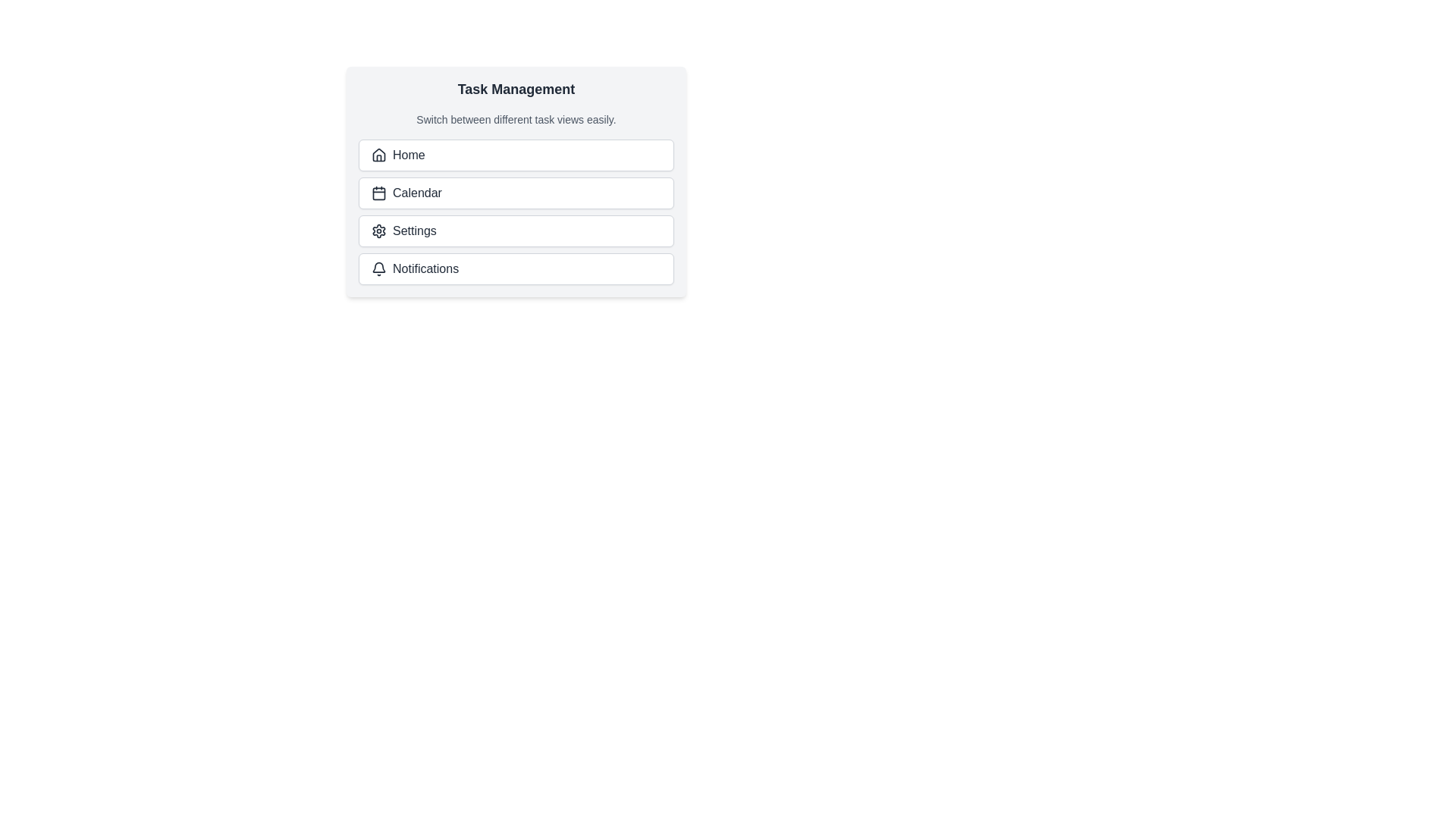  Describe the element at coordinates (516, 231) in the screenshot. I see `the third button in the vertical list of navigation options under 'Task Management'` at that location.